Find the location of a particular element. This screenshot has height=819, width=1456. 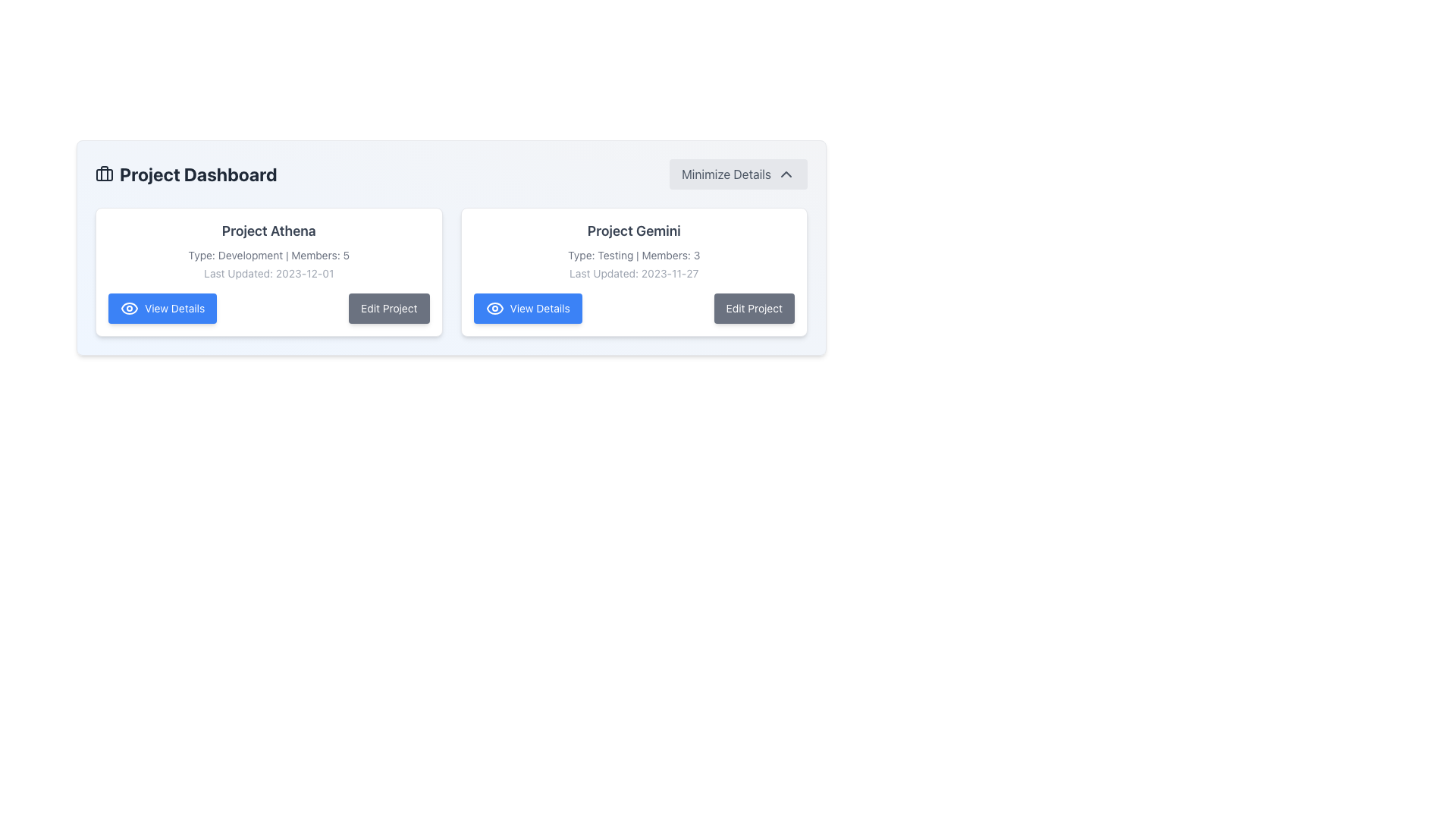

the timestamp text indicating the last update date of the project, which is centrally aligned below 'Project Athena' and above the 'View Details' and 'Edit Project' buttons is located at coordinates (268, 274).